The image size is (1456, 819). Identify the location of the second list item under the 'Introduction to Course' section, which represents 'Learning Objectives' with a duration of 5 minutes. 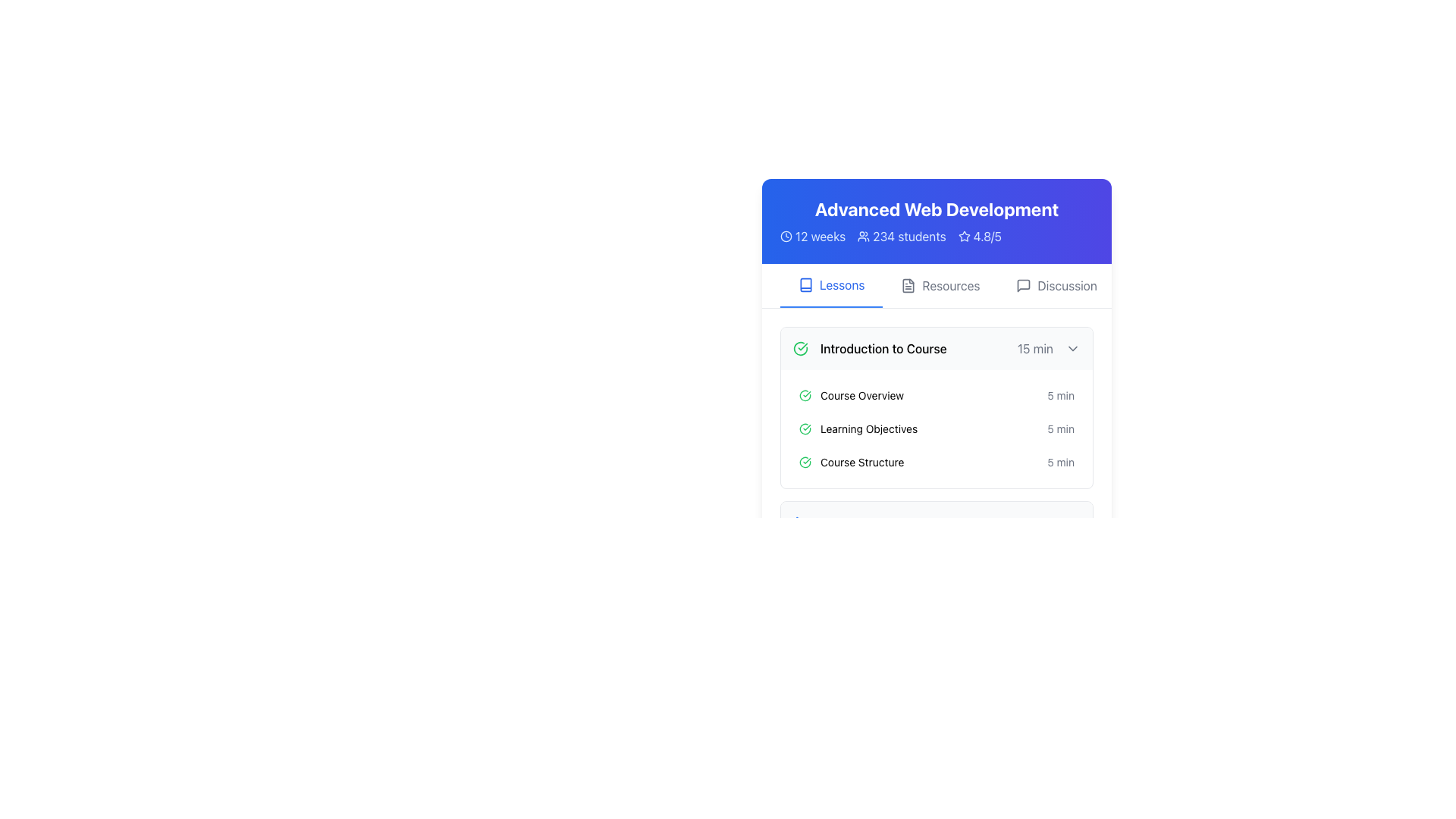
(936, 435).